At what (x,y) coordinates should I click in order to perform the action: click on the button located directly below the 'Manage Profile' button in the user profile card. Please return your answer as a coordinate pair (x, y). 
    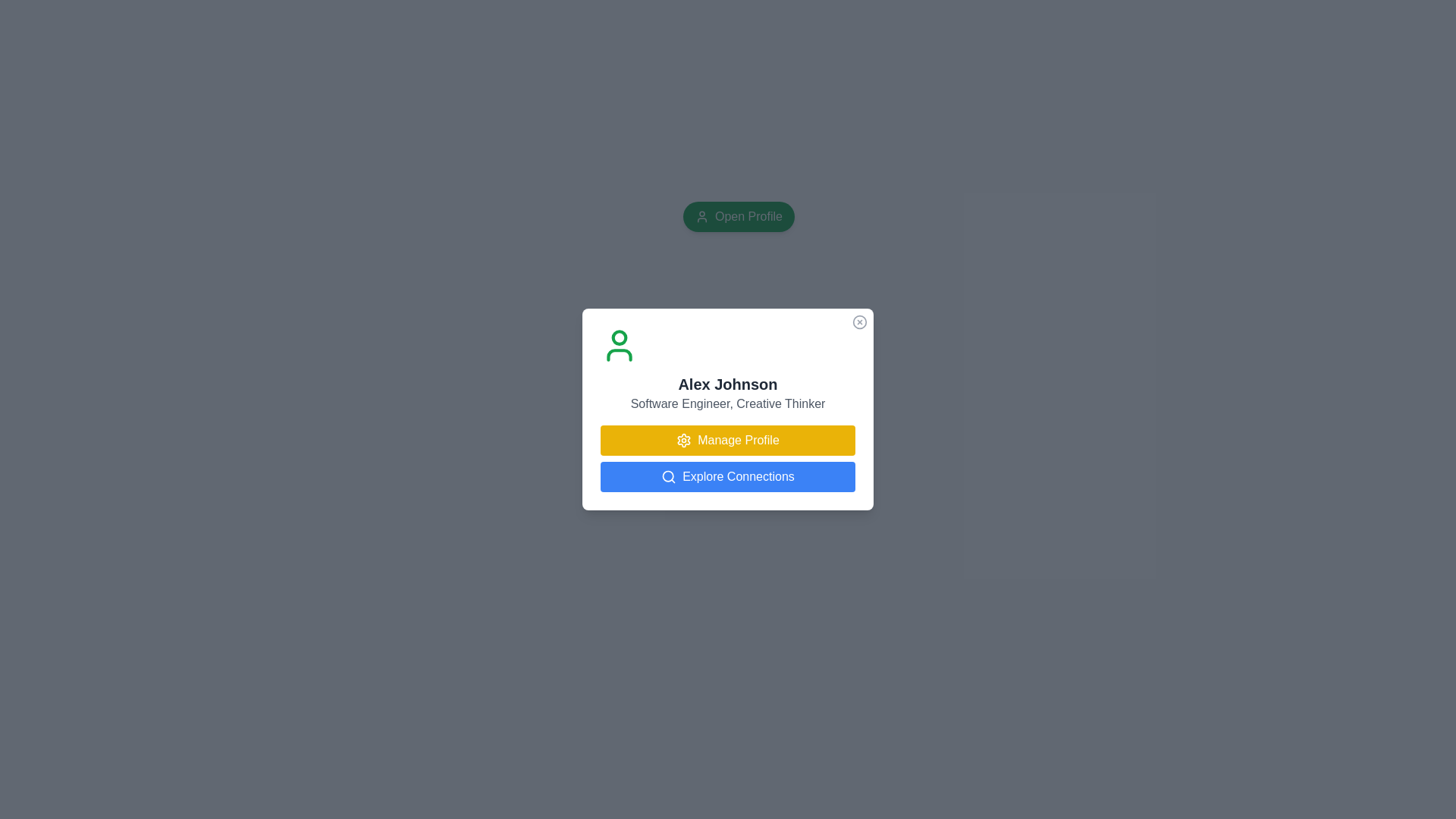
    Looking at the image, I should click on (728, 475).